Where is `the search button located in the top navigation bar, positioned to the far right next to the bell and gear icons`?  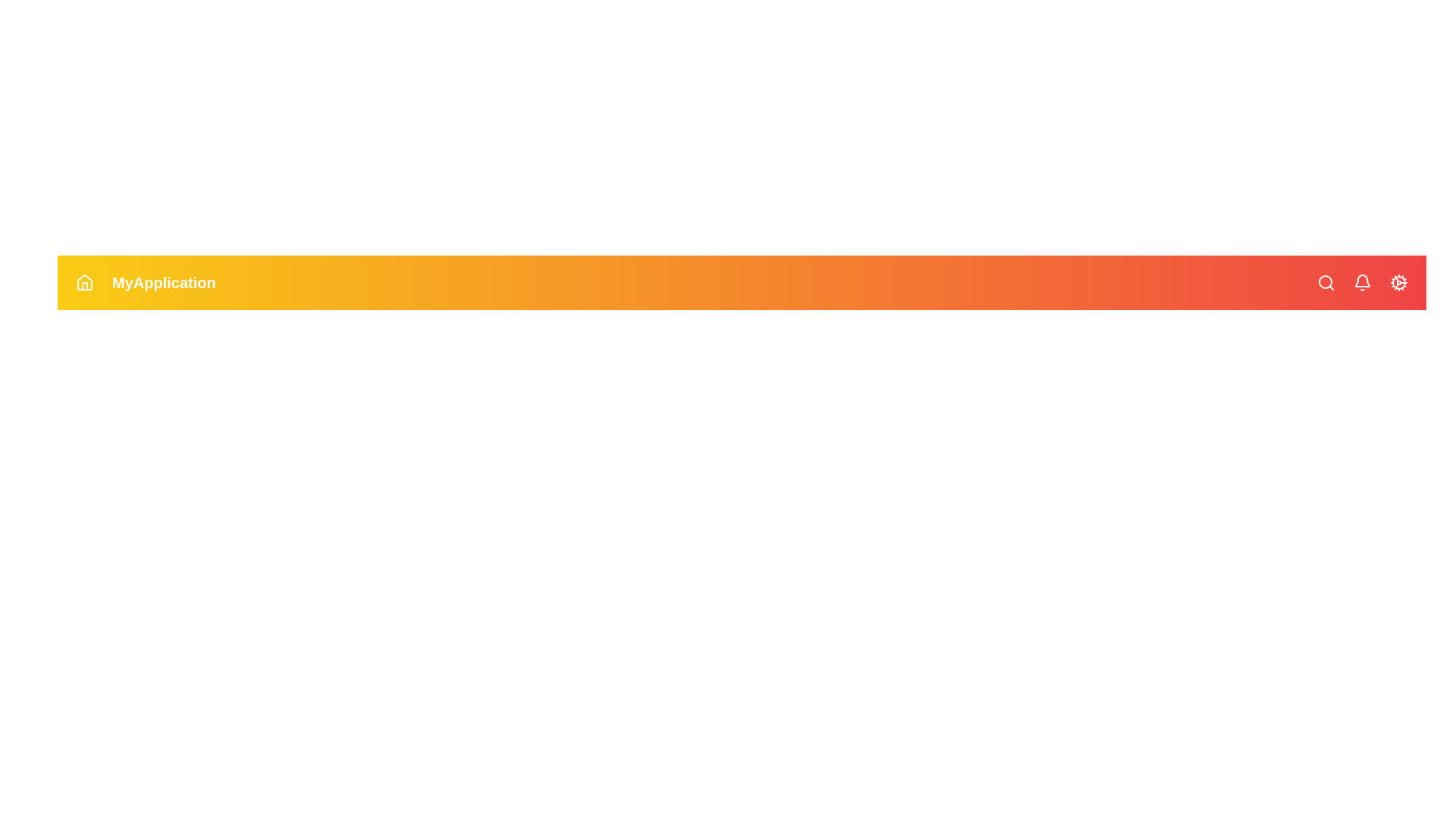 the search button located in the top navigation bar, positioned to the far right next to the bell and gear icons is located at coordinates (1325, 283).